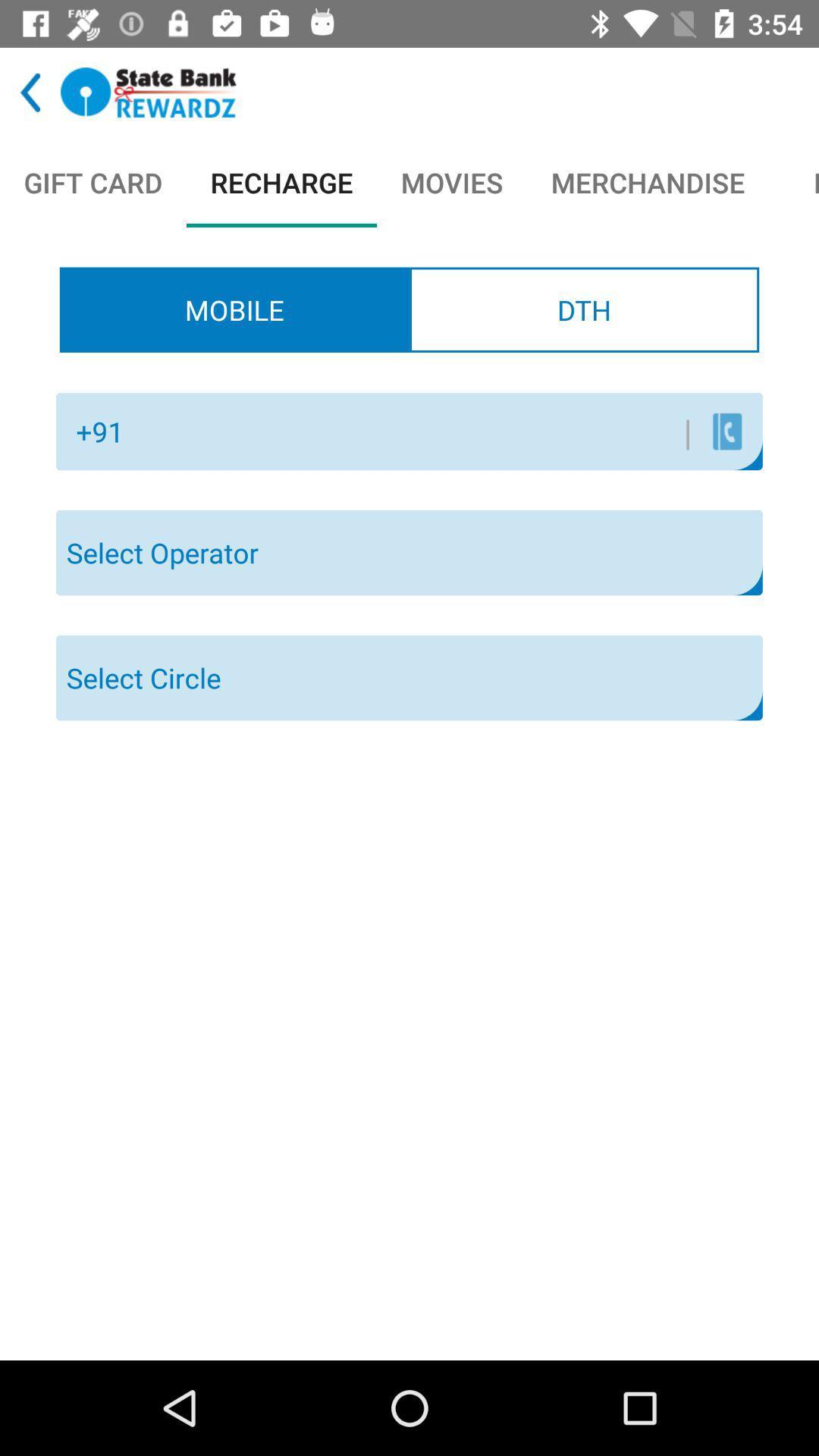 This screenshot has height=1456, width=819. Describe the element at coordinates (726, 431) in the screenshot. I see `address book` at that location.